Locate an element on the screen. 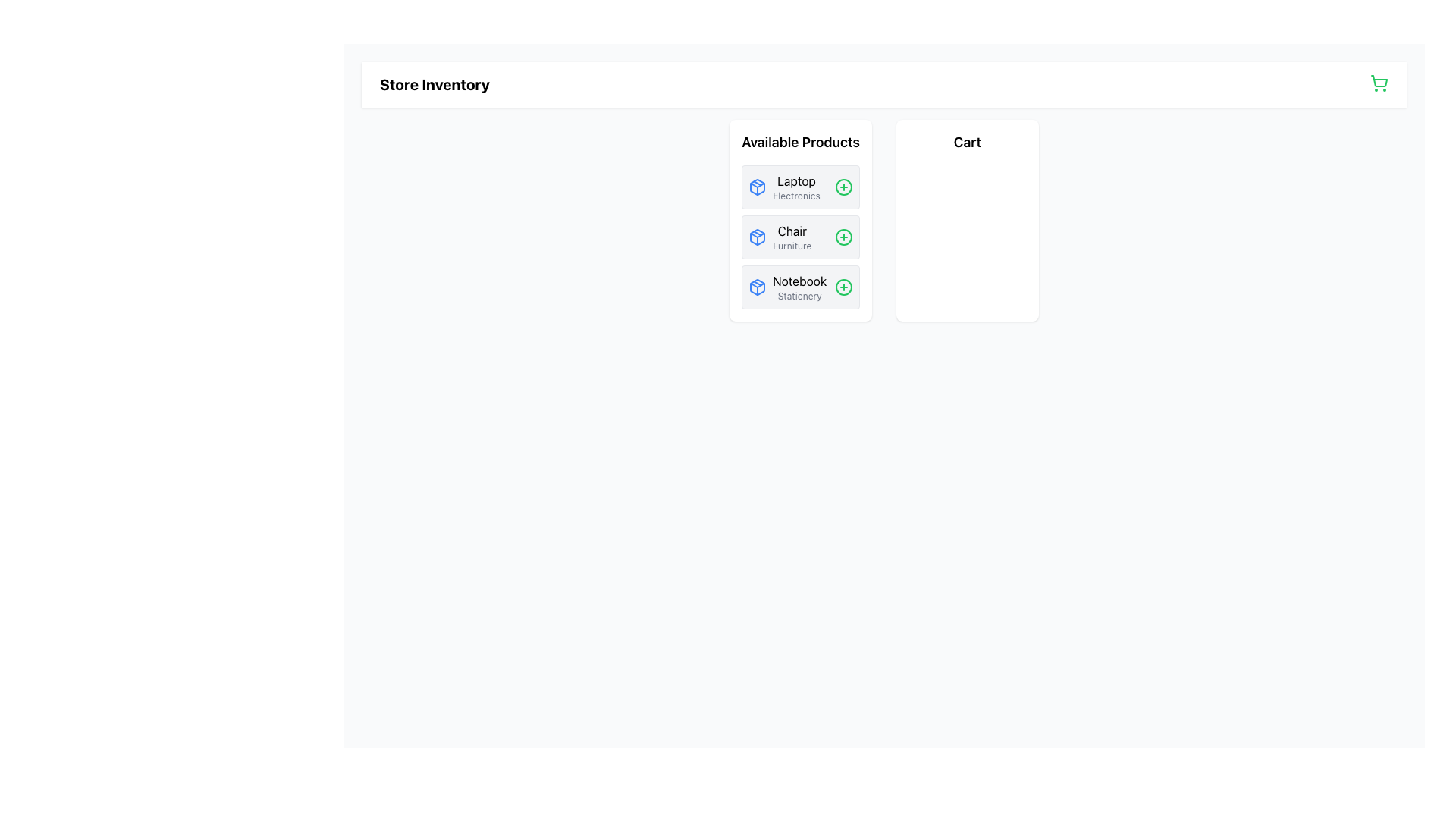  the product listing label for 'Notebook' under the 'Available Products' section is located at coordinates (787, 287).